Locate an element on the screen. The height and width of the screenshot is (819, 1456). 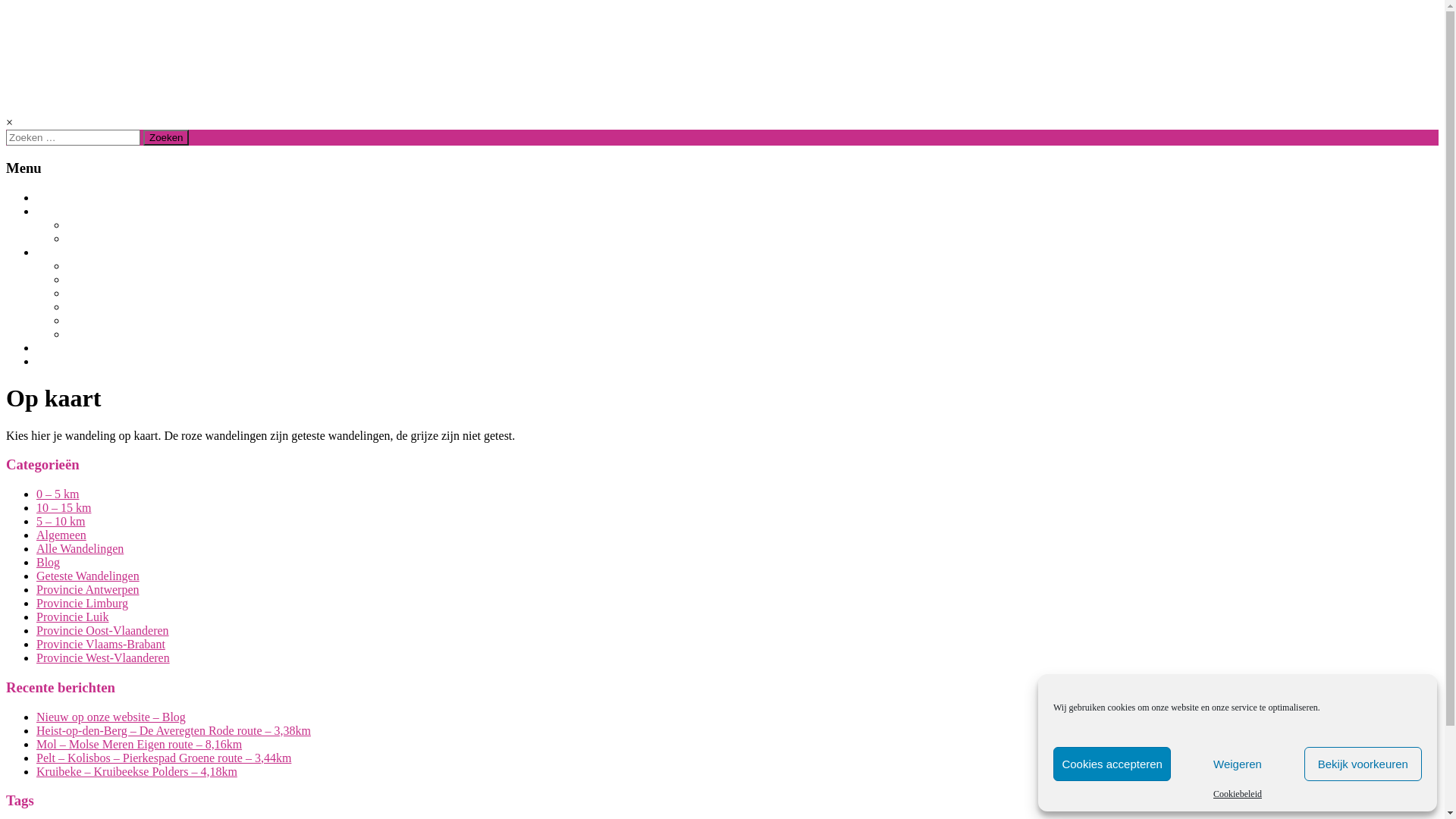
'Alle Wandelingen' is located at coordinates (79, 548).